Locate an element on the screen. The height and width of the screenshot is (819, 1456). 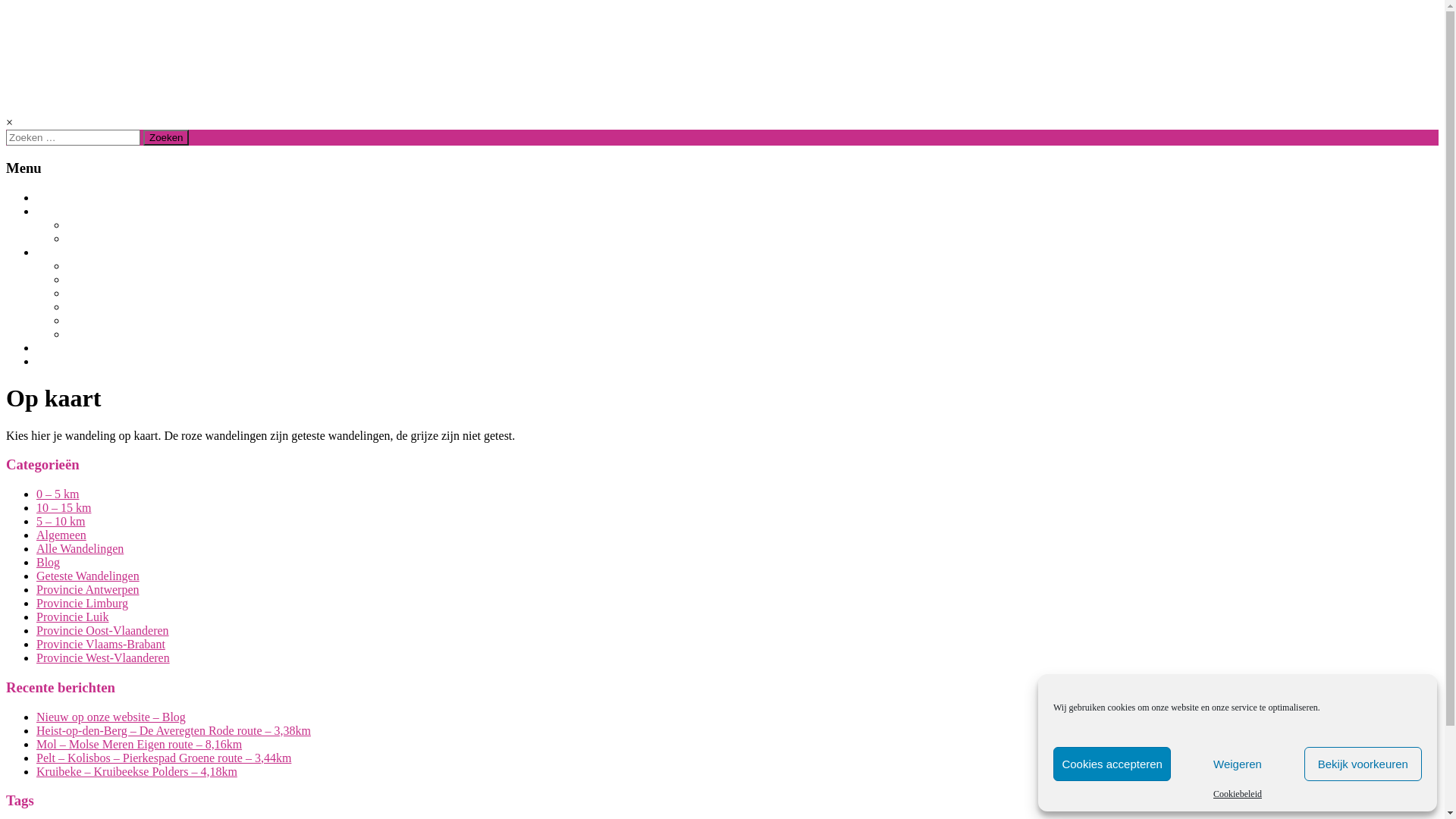
'Alle Wandelingen' is located at coordinates (79, 548).